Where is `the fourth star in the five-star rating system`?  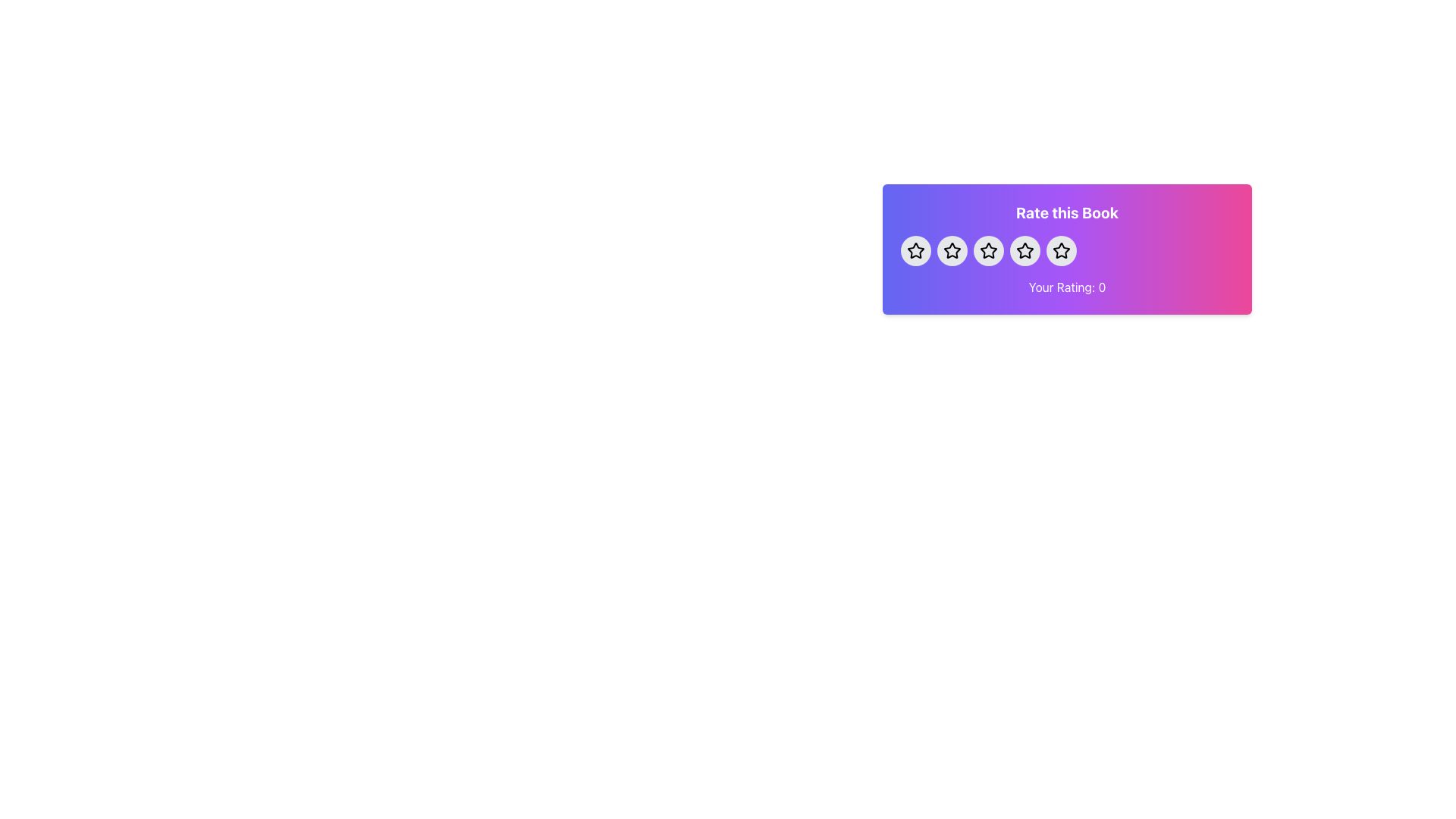
the fourth star in the five-star rating system is located at coordinates (1025, 249).